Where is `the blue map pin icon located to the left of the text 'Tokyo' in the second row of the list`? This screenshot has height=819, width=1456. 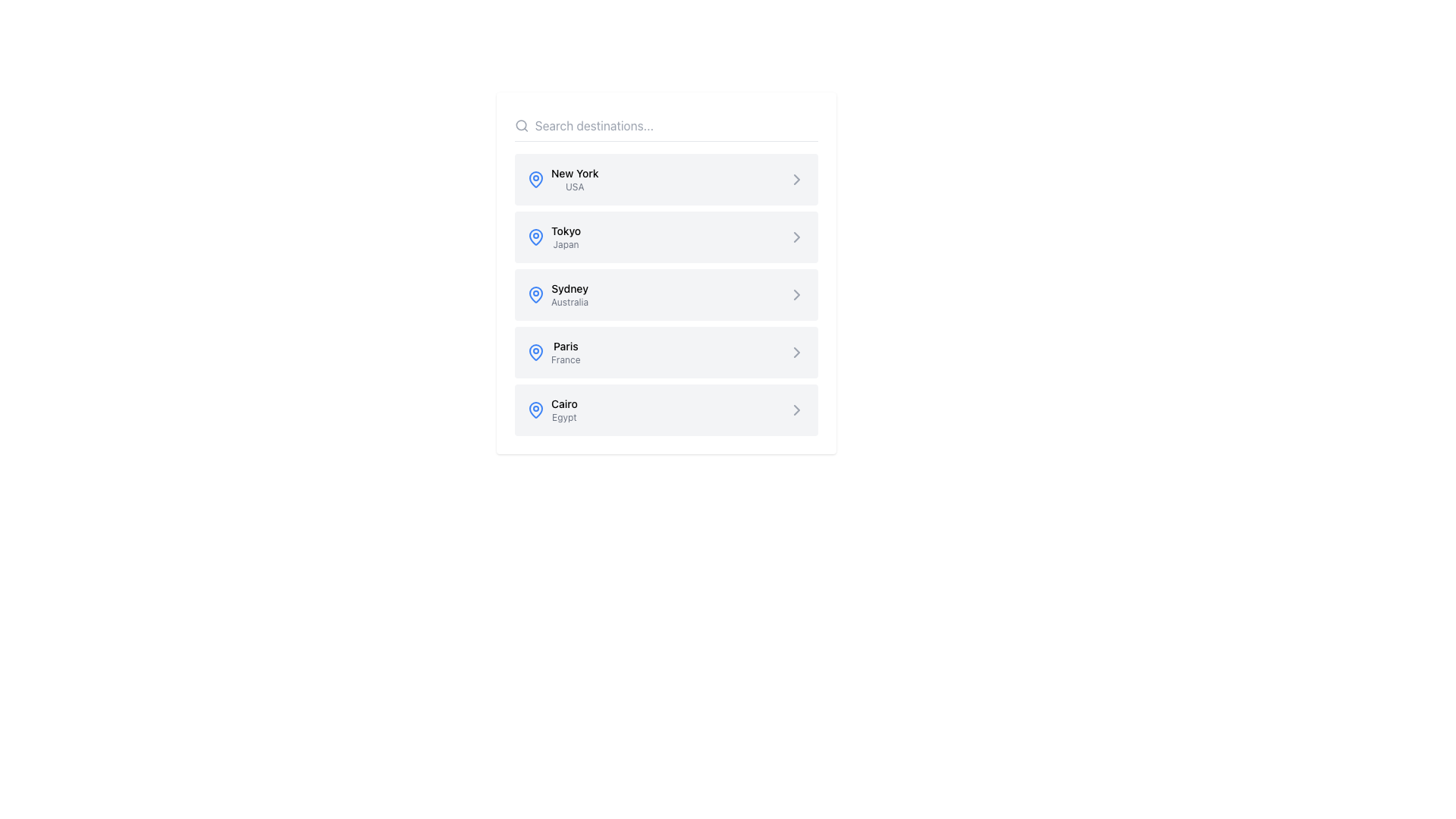 the blue map pin icon located to the left of the text 'Tokyo' in the second row of the list is located at coordinates (535, 237).